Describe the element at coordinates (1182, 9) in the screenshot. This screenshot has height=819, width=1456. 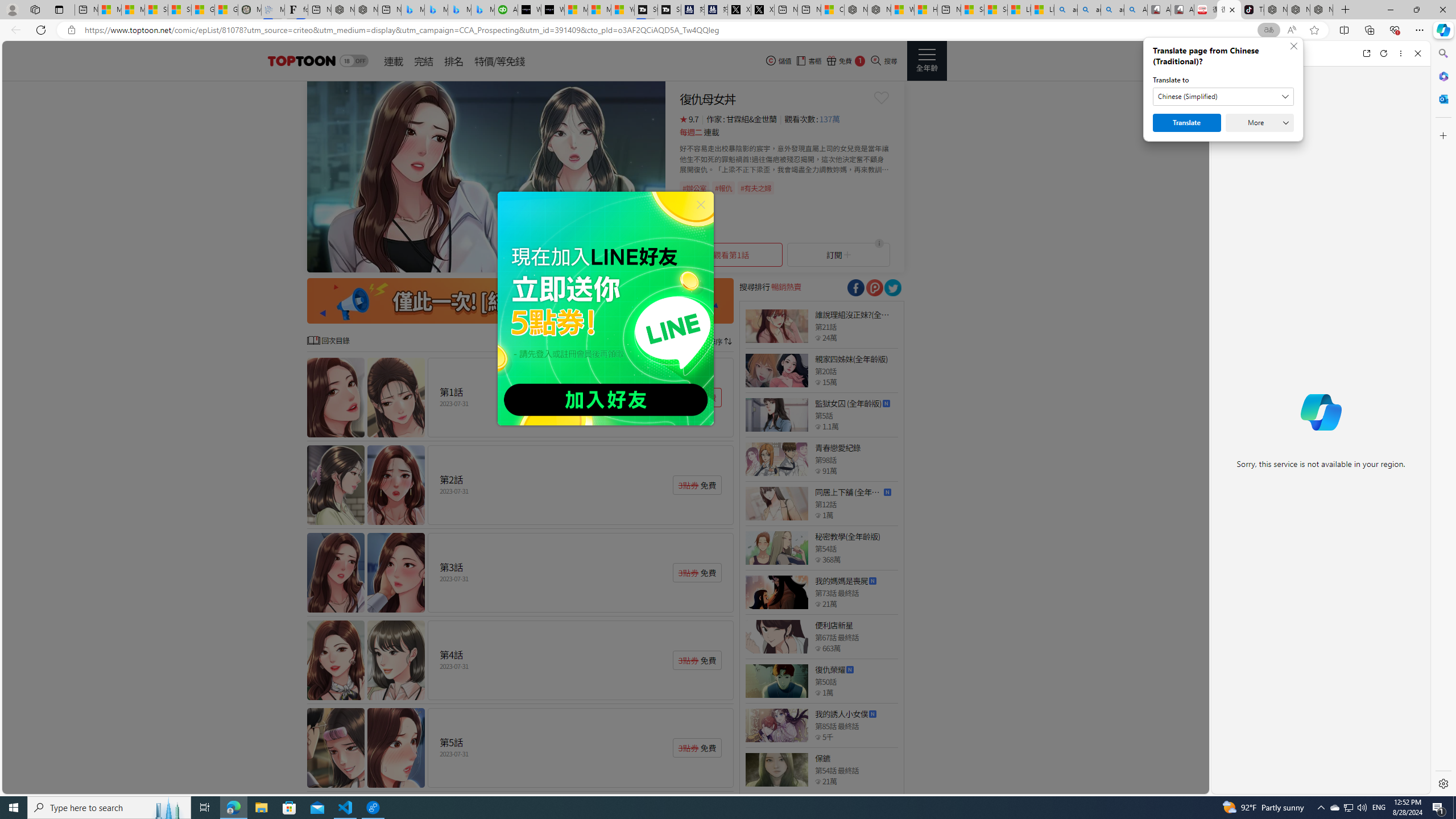
I see `'All Cubot phones'` at that location.